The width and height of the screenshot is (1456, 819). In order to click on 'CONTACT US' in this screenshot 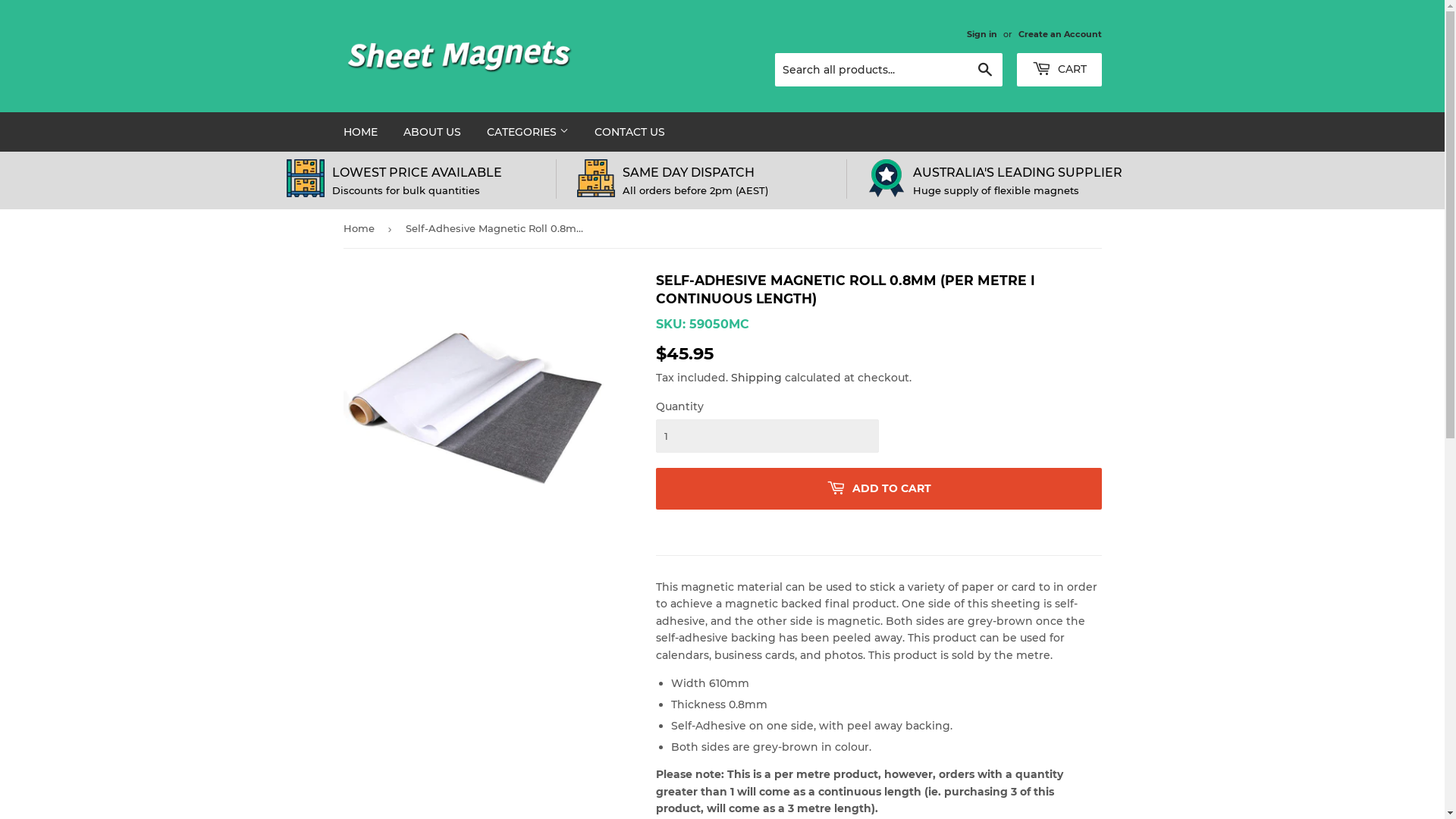, I will do `click(582, 130)`.